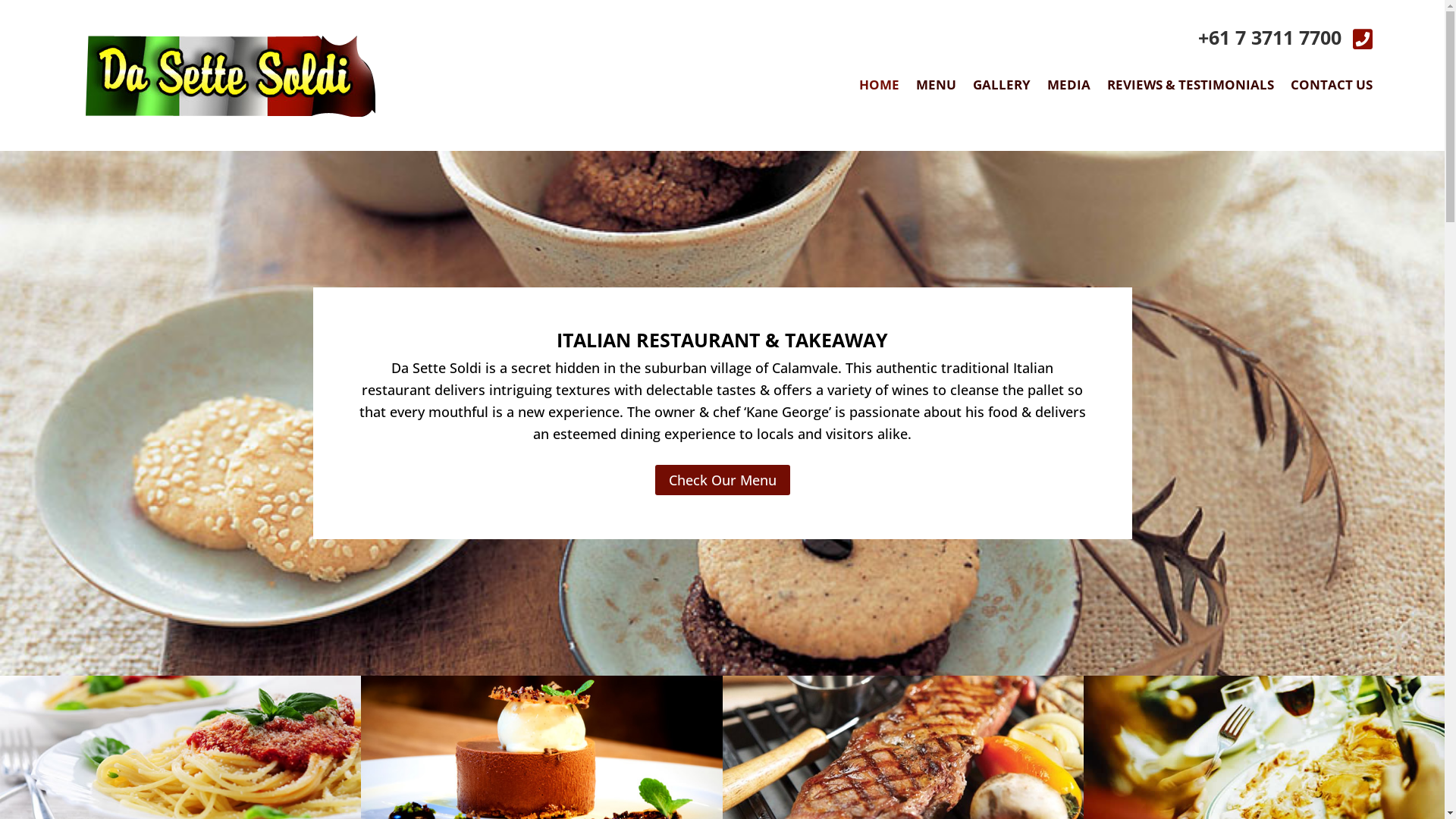  I want to click on 'logo', so click(229, 75).